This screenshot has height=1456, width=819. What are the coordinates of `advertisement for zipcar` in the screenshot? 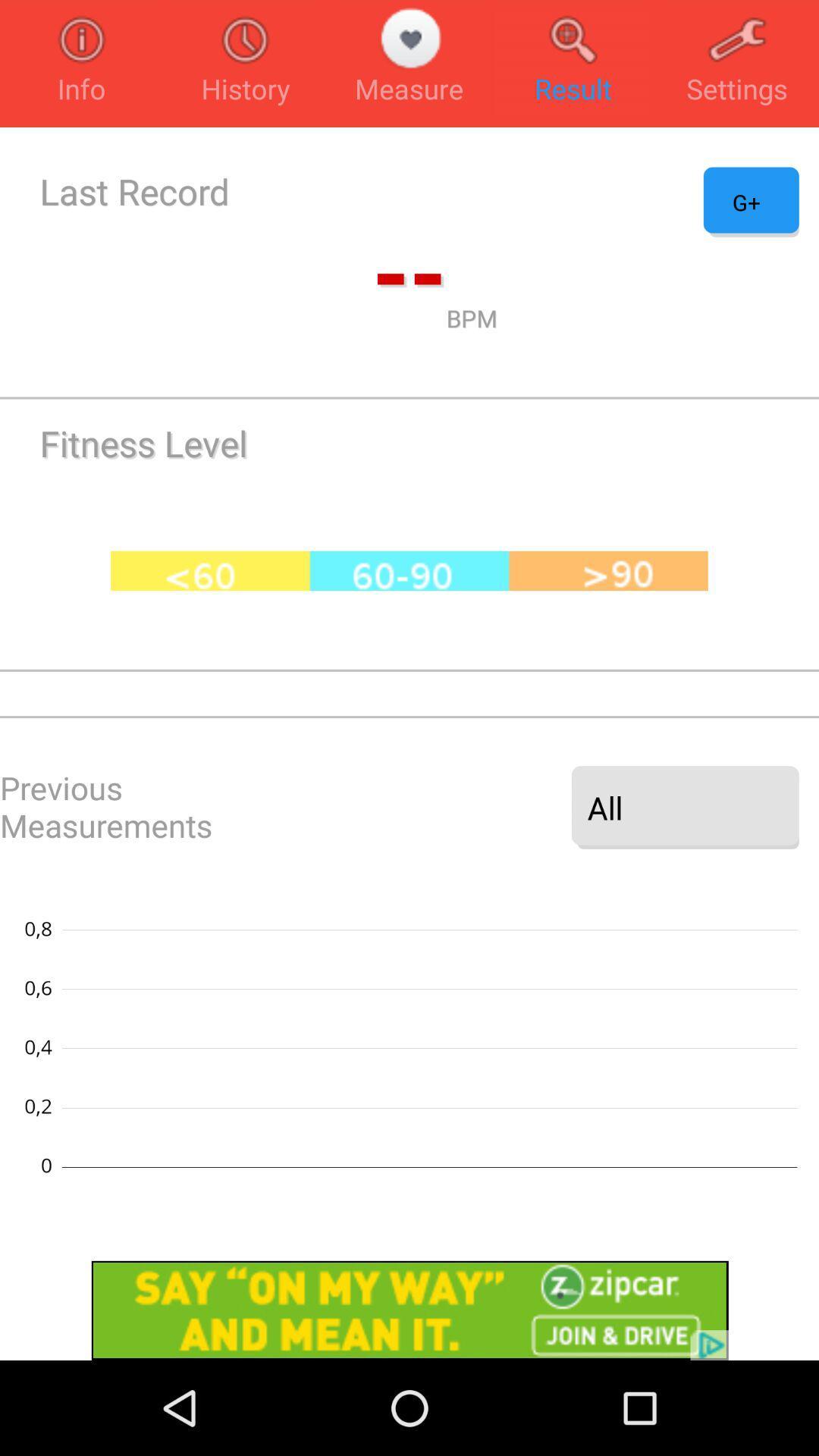 It's located at (409, 1310).